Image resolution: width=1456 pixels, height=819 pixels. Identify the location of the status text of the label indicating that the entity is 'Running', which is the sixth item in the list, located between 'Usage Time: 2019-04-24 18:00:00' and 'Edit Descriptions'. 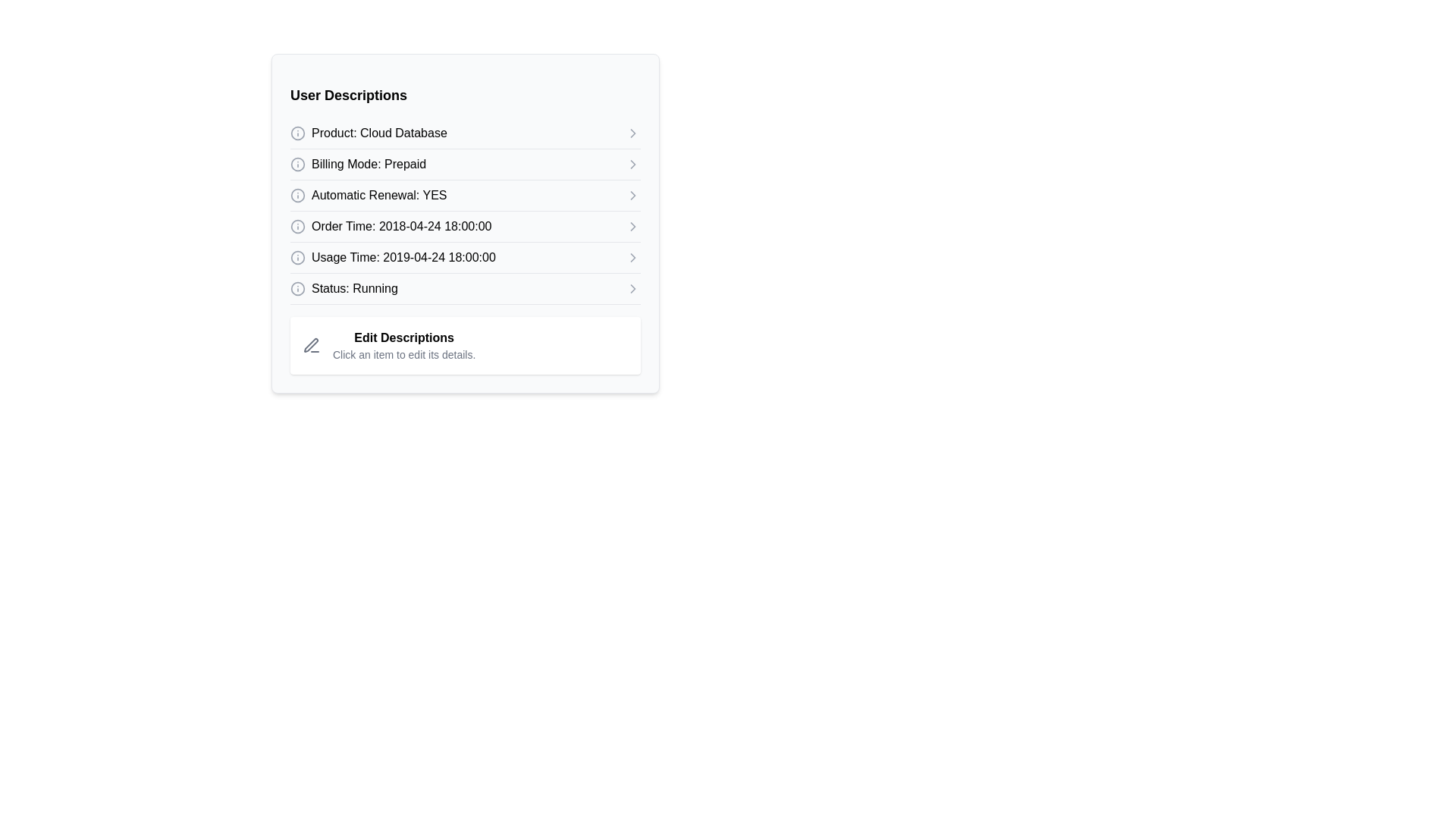
(343, 289).